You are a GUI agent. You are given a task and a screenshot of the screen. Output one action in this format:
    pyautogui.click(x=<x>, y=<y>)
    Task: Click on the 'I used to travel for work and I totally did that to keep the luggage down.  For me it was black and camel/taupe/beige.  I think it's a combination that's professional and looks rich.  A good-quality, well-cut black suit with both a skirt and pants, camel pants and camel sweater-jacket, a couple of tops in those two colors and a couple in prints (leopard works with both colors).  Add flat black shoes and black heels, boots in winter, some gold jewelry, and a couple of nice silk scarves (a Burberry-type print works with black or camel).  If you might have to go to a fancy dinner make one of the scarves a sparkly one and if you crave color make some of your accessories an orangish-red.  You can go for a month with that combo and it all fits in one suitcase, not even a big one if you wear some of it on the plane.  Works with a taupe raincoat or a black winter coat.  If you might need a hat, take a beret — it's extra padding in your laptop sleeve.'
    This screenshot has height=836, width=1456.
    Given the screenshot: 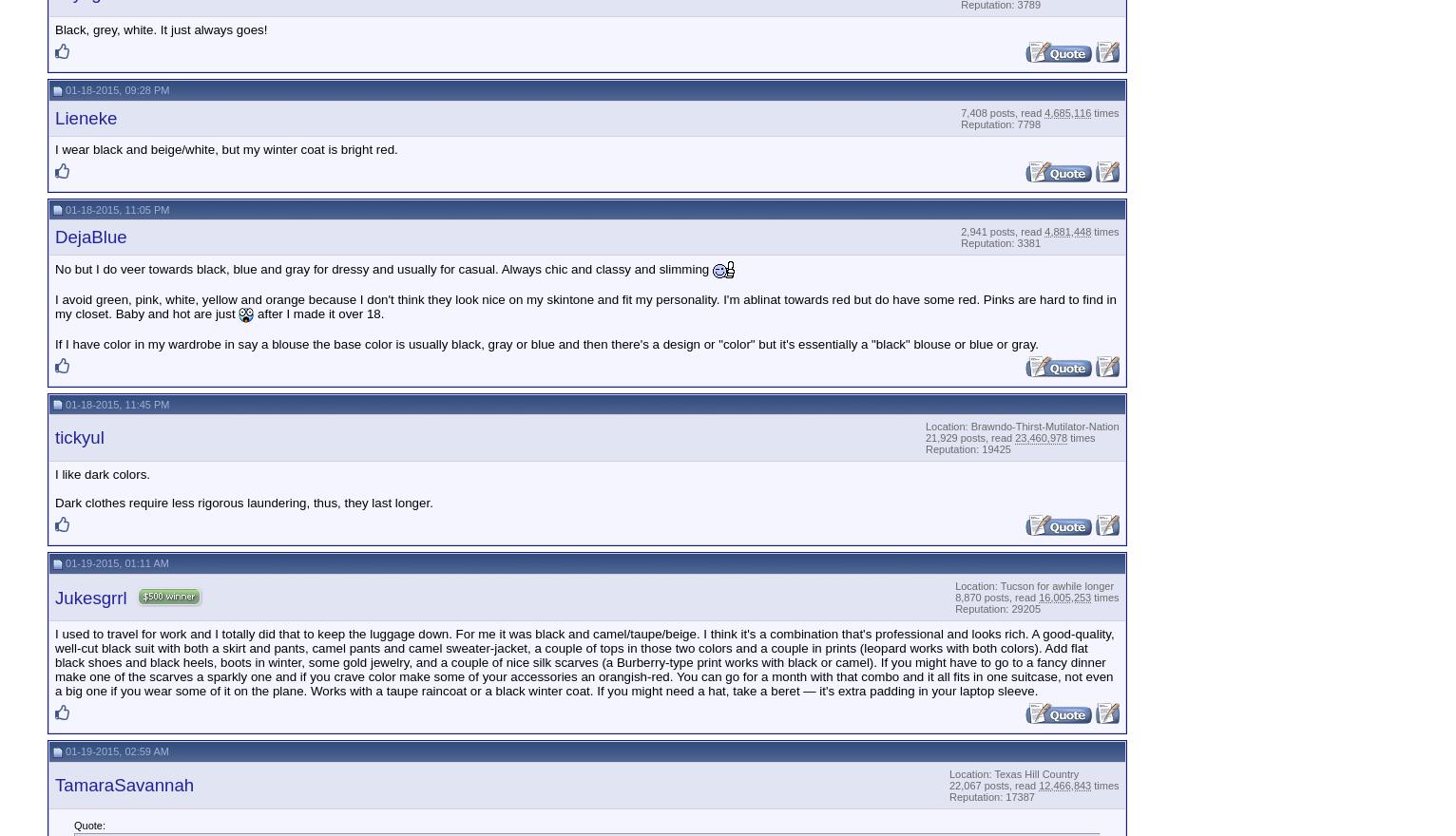 What is the action you would take?
    pyautogui.click(x=584, y=661)
    